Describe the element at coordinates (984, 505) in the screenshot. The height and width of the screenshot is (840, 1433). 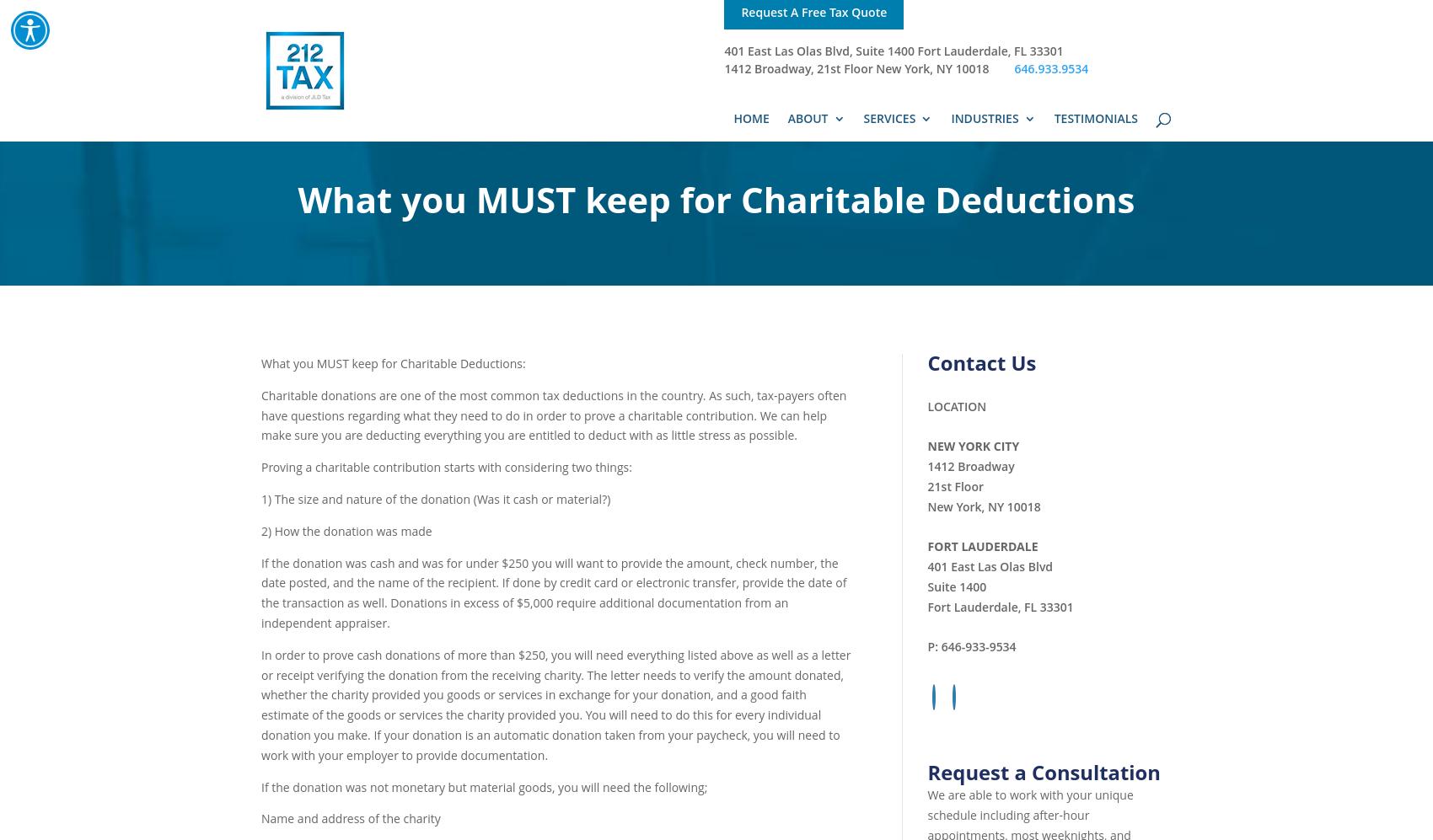
I see `'New York, NY 10018'` at that location.